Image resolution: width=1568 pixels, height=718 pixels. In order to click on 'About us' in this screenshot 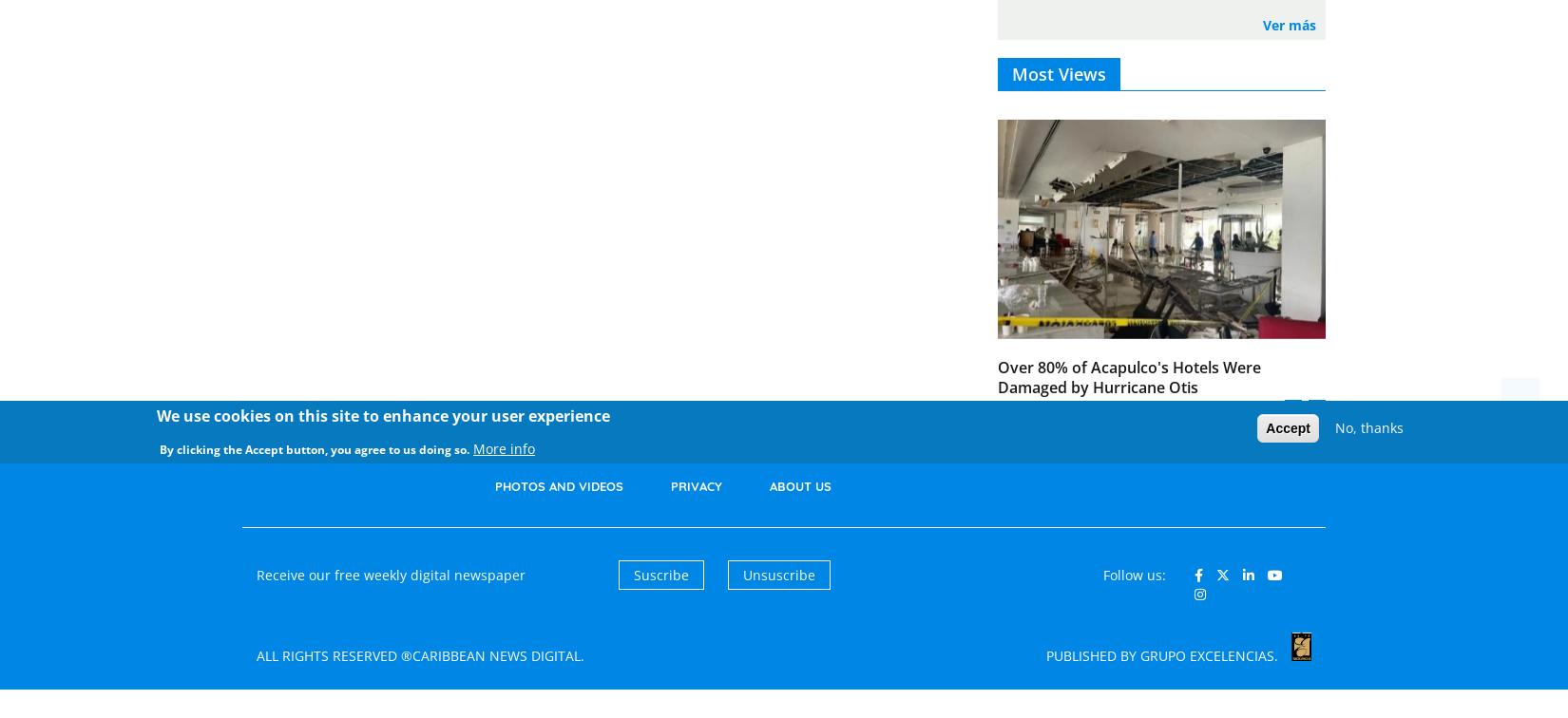, I will do `click(799, 485)`.